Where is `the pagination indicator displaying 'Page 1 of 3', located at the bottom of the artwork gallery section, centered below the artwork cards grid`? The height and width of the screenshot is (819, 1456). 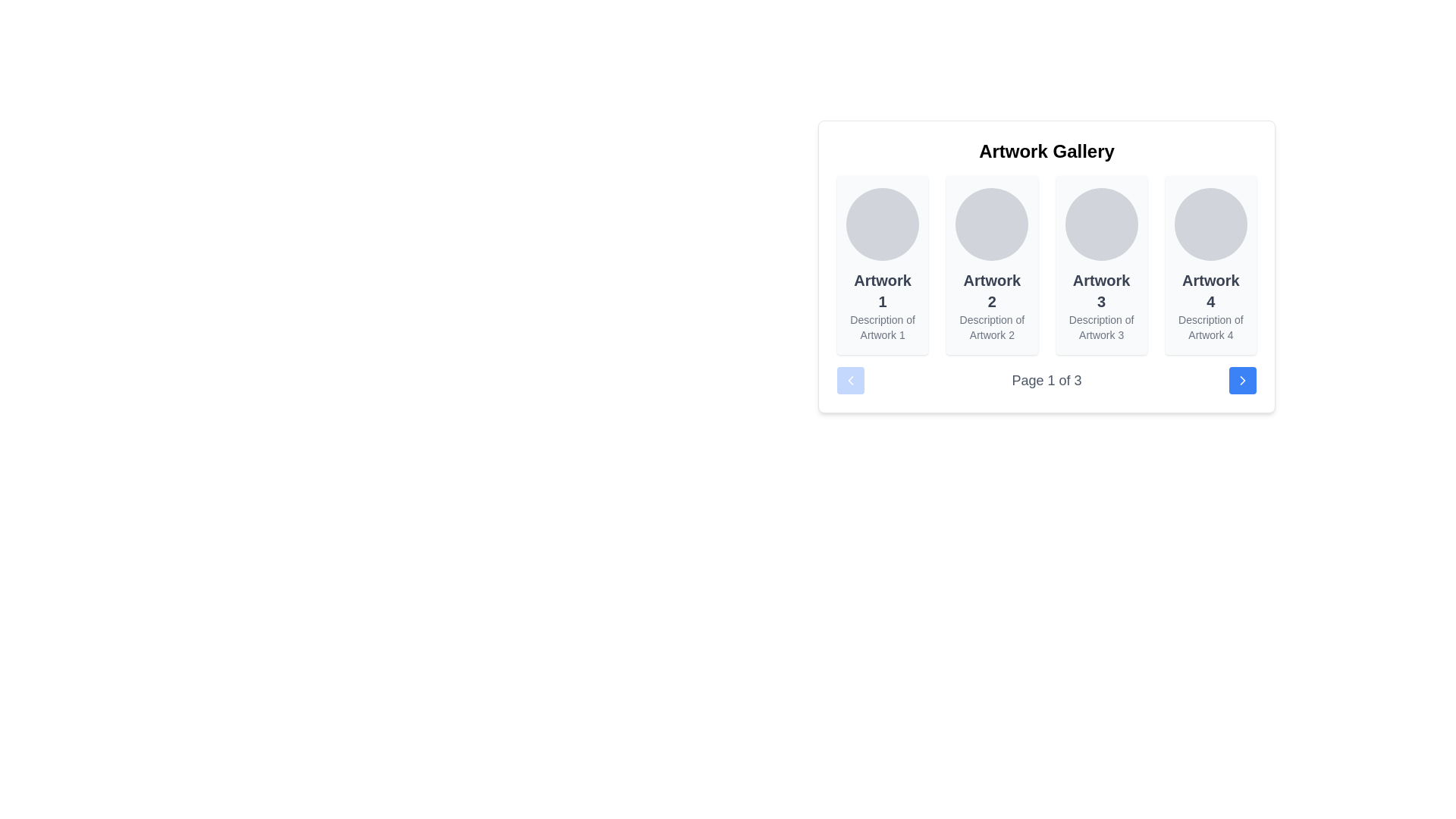 the pagination indicator displaying 'Page 1 of 3', located at the bottom of the artwork gallery section, centered below the artwork cards grid is located at coordinates (1046, 379).